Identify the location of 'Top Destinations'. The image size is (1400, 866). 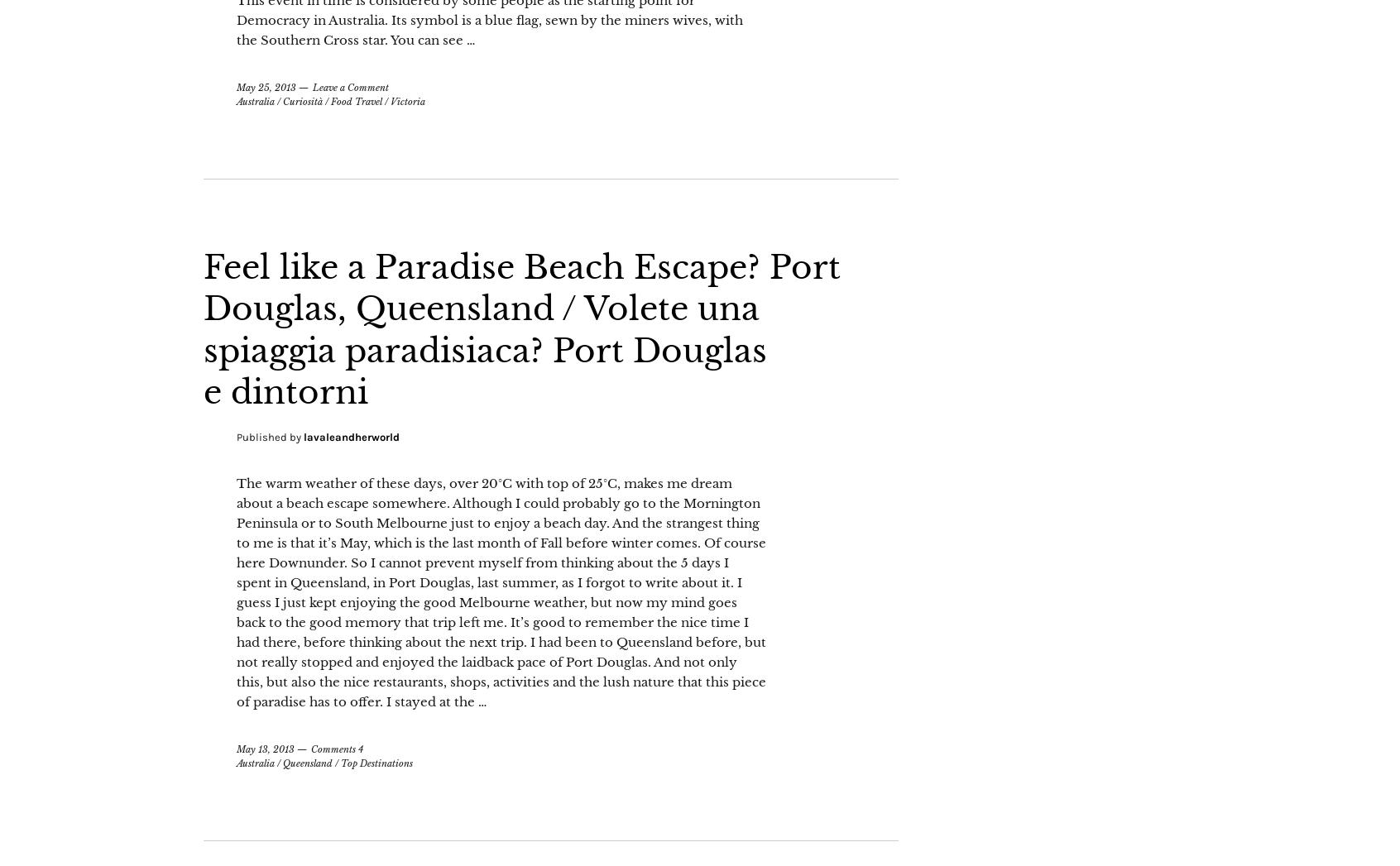
(341, 803).